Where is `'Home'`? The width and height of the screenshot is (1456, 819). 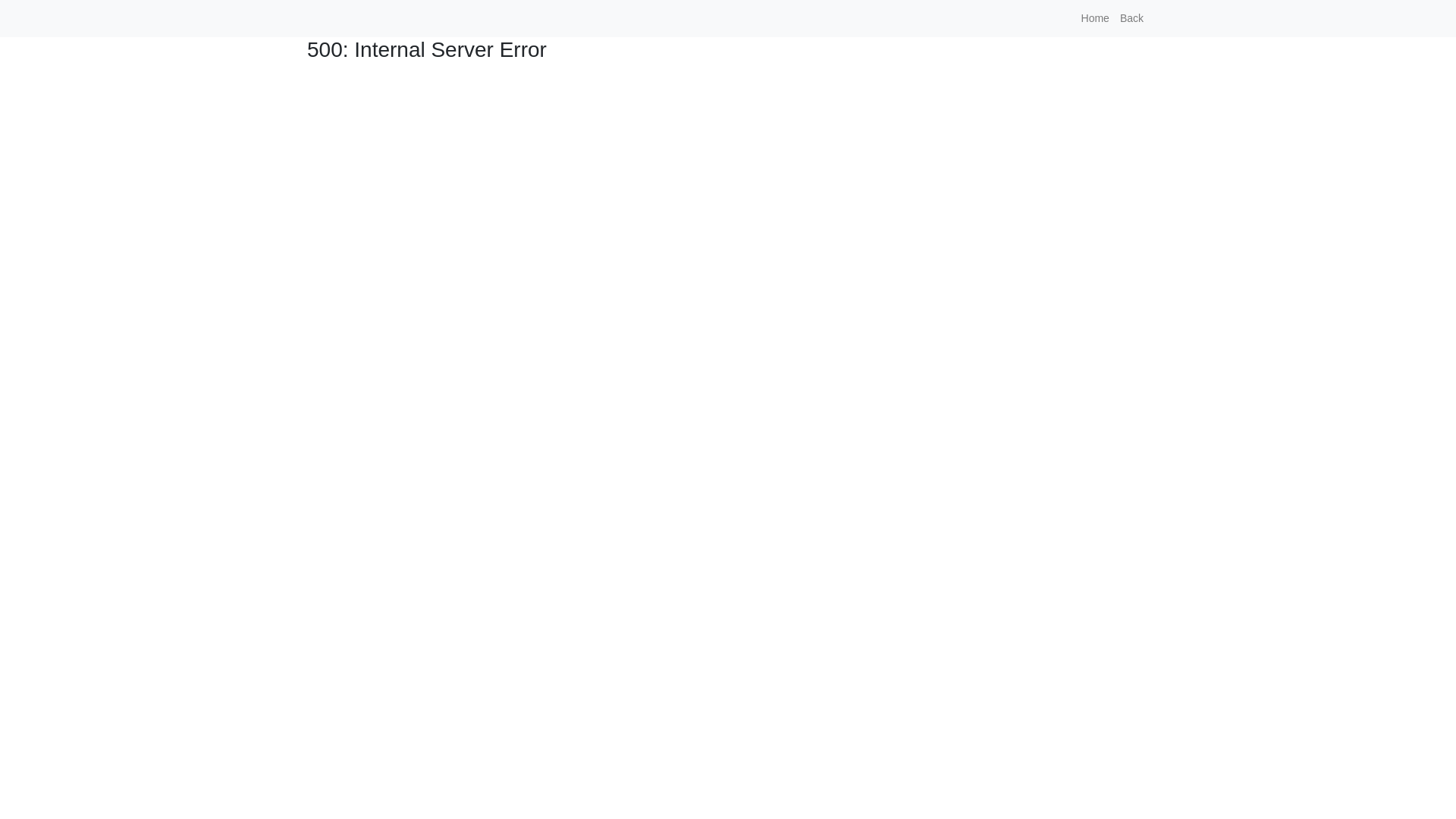
'Home' is located at coordinates (1095, 18).